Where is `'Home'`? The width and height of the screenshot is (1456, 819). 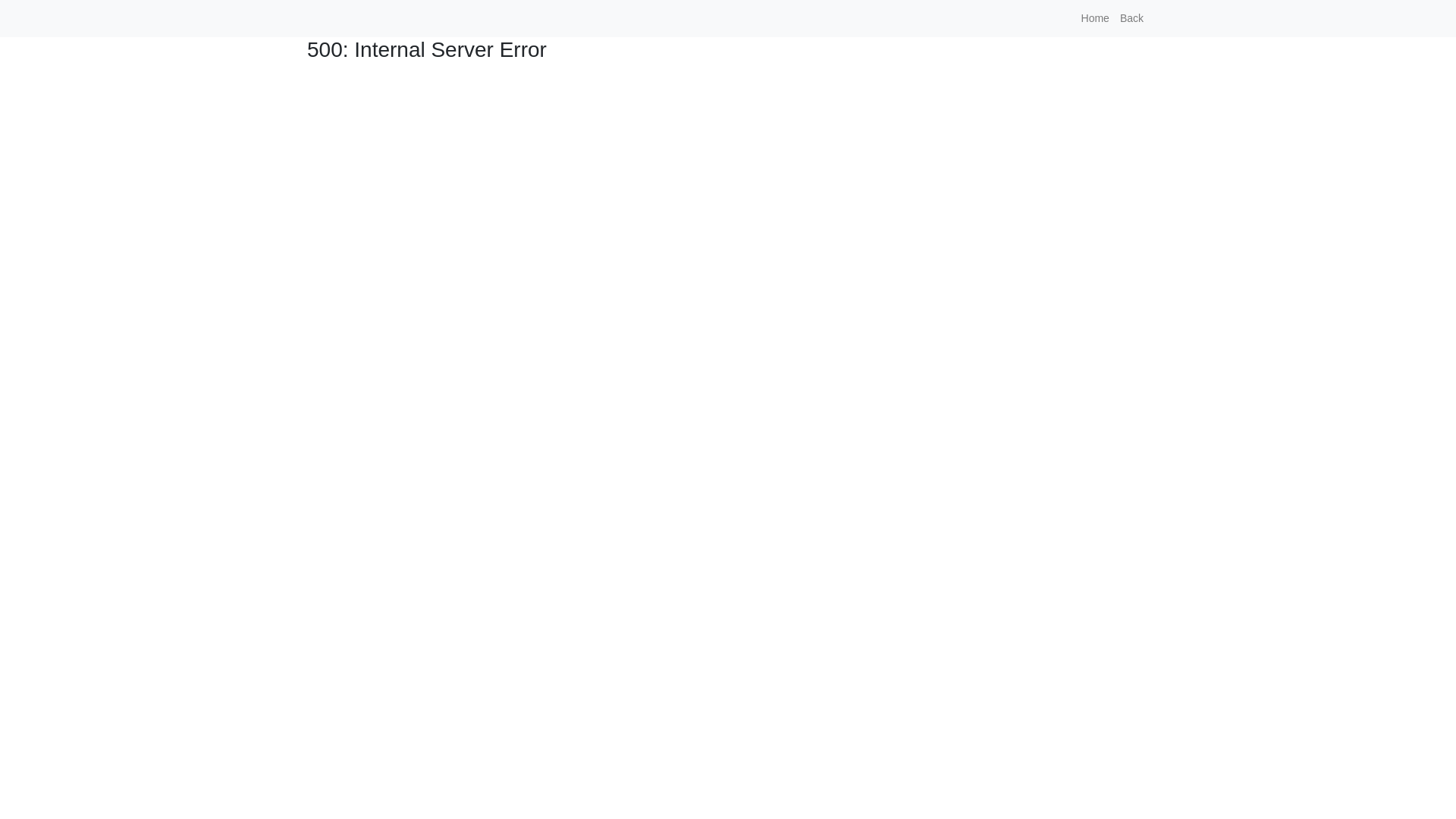
'Home' is located at coordinates (1095, 18).